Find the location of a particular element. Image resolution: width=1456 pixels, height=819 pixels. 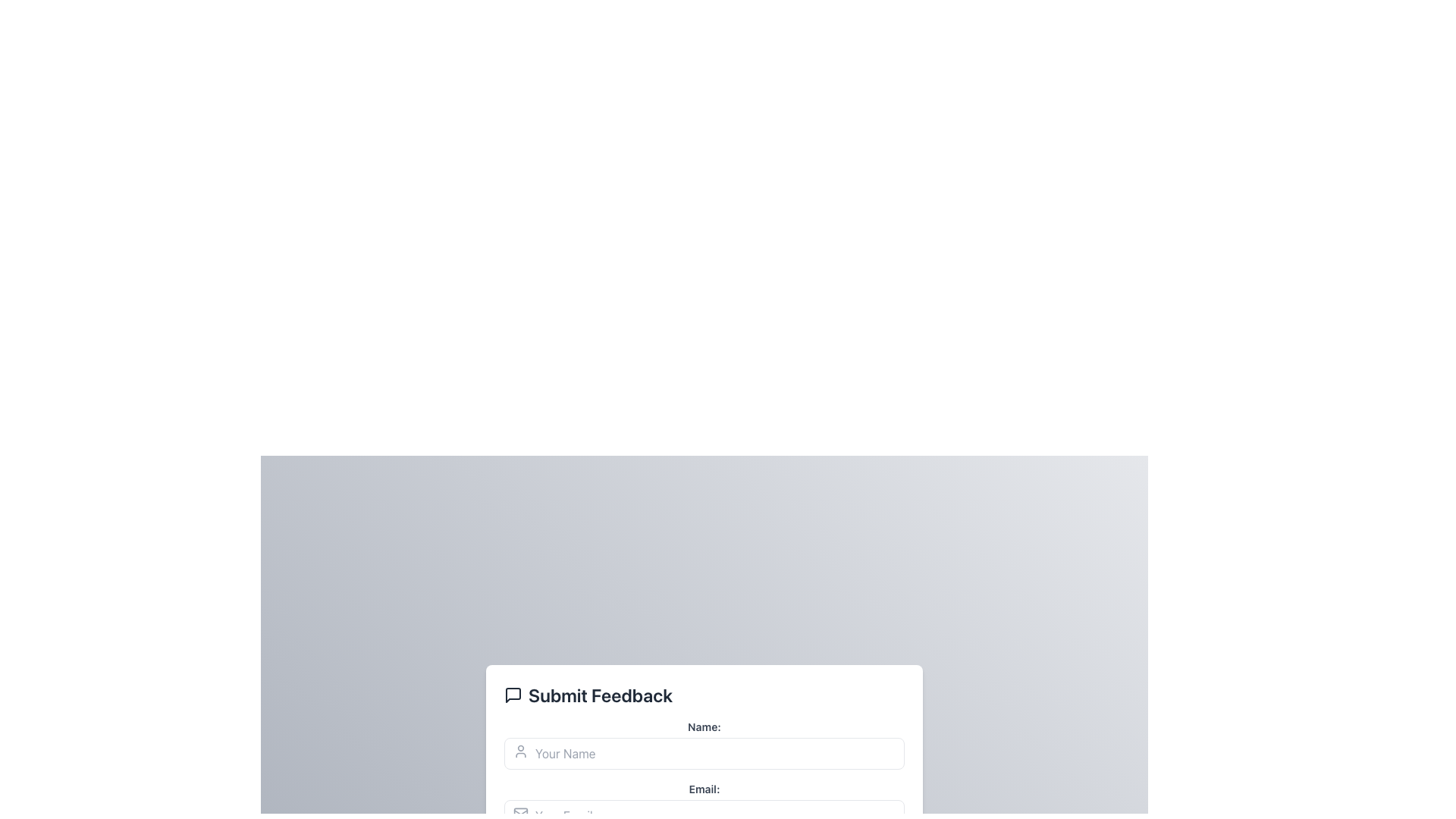

the SVG rectangle graphic that represents a mail envelope, which is part of the mail icon in the feedback form is located at coordinates (520, 812).